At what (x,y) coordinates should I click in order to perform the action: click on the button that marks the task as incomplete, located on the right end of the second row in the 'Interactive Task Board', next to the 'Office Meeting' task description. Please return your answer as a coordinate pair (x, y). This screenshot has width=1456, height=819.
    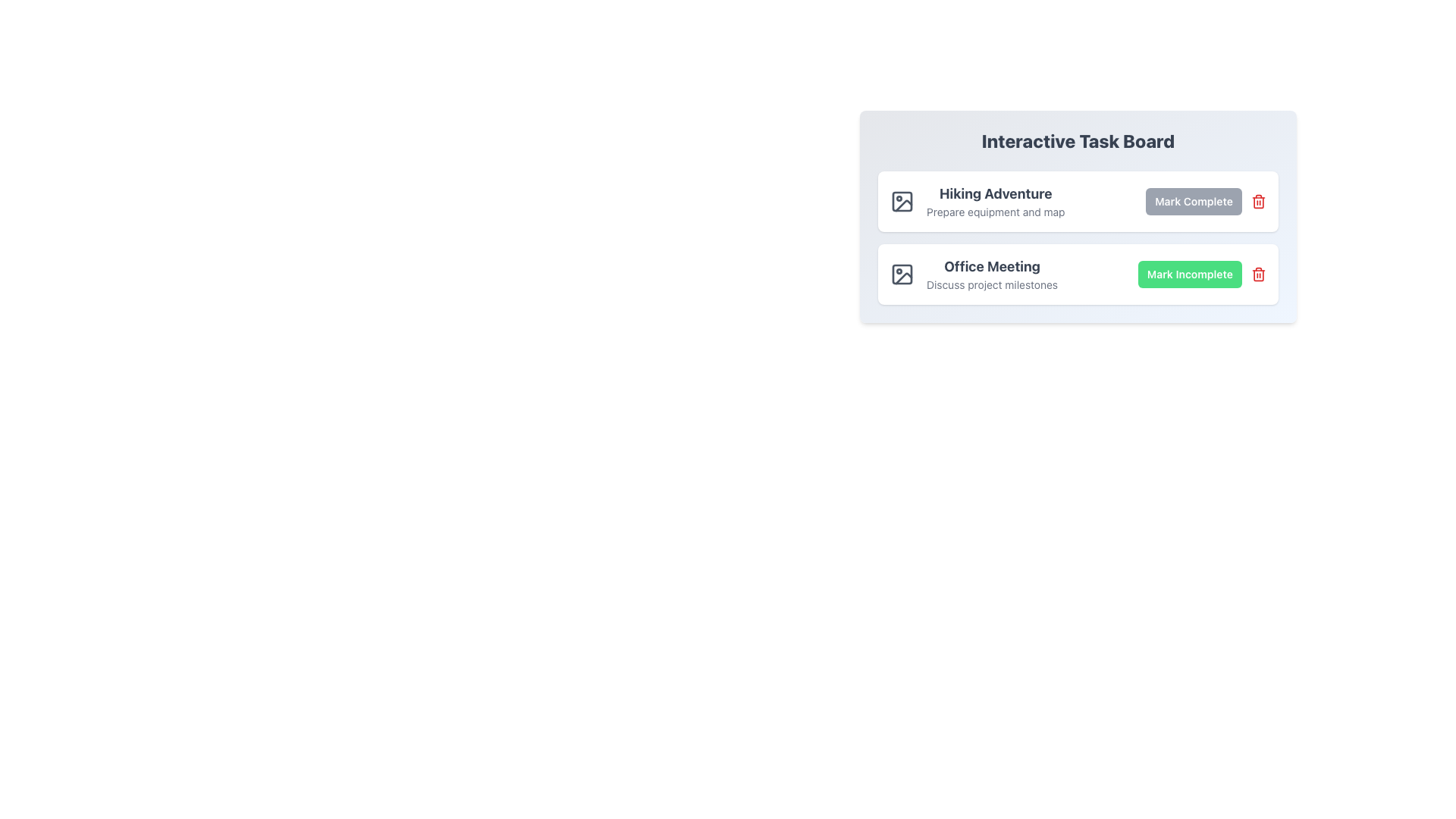
    Looking at the image, I should click on (1189, 275).